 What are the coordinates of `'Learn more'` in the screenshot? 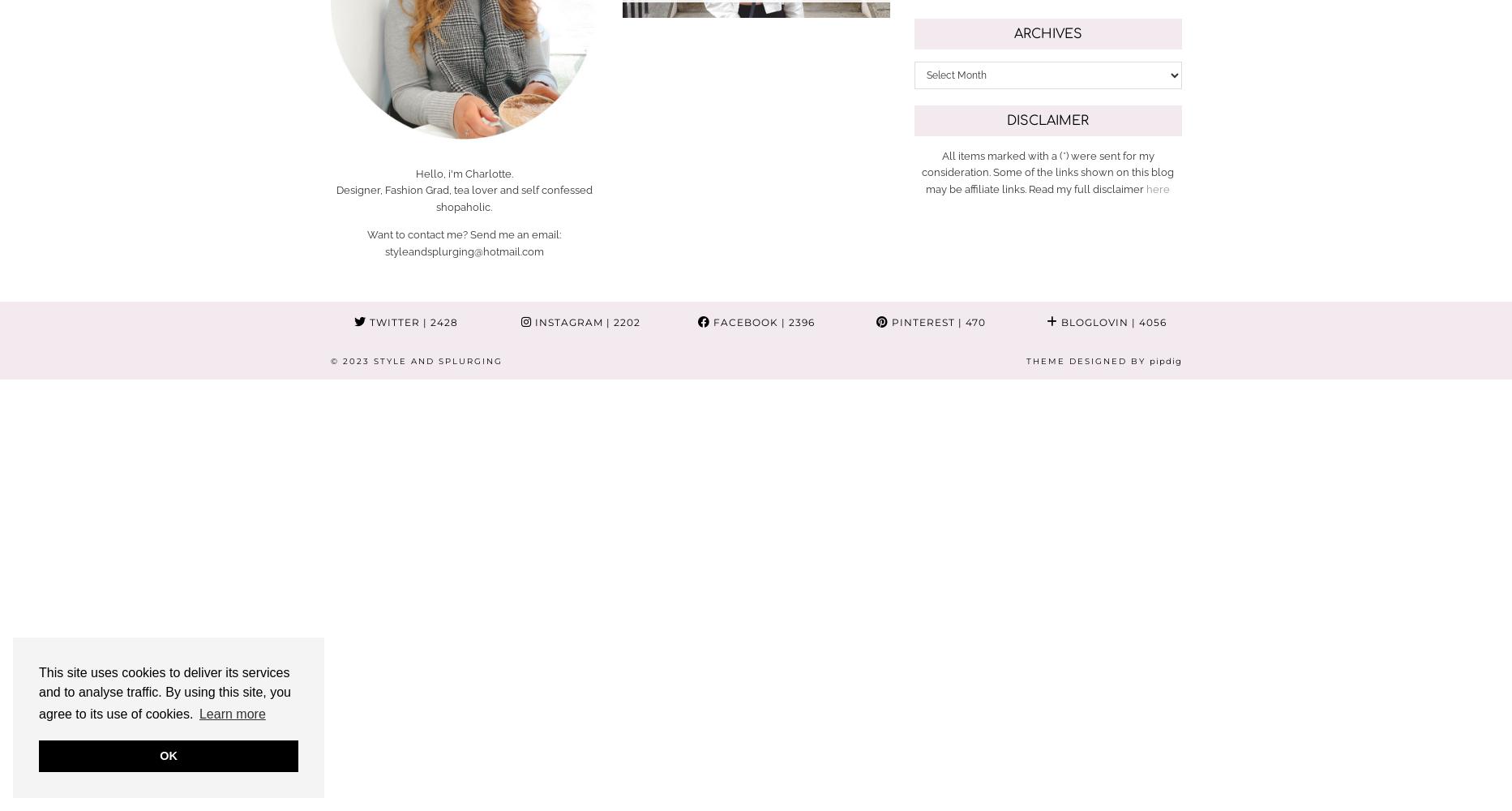 It's located at (199, 714).